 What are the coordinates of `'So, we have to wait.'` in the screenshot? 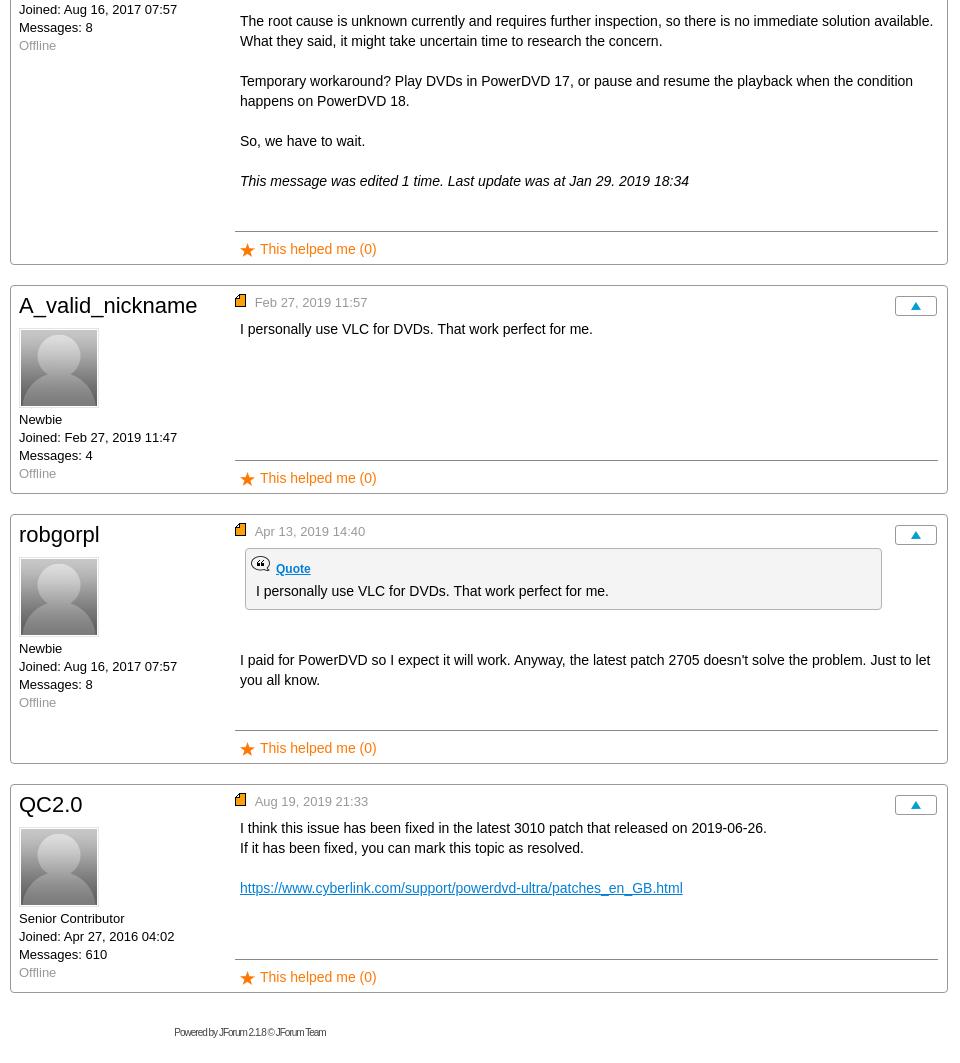 It's located at (302, 140).